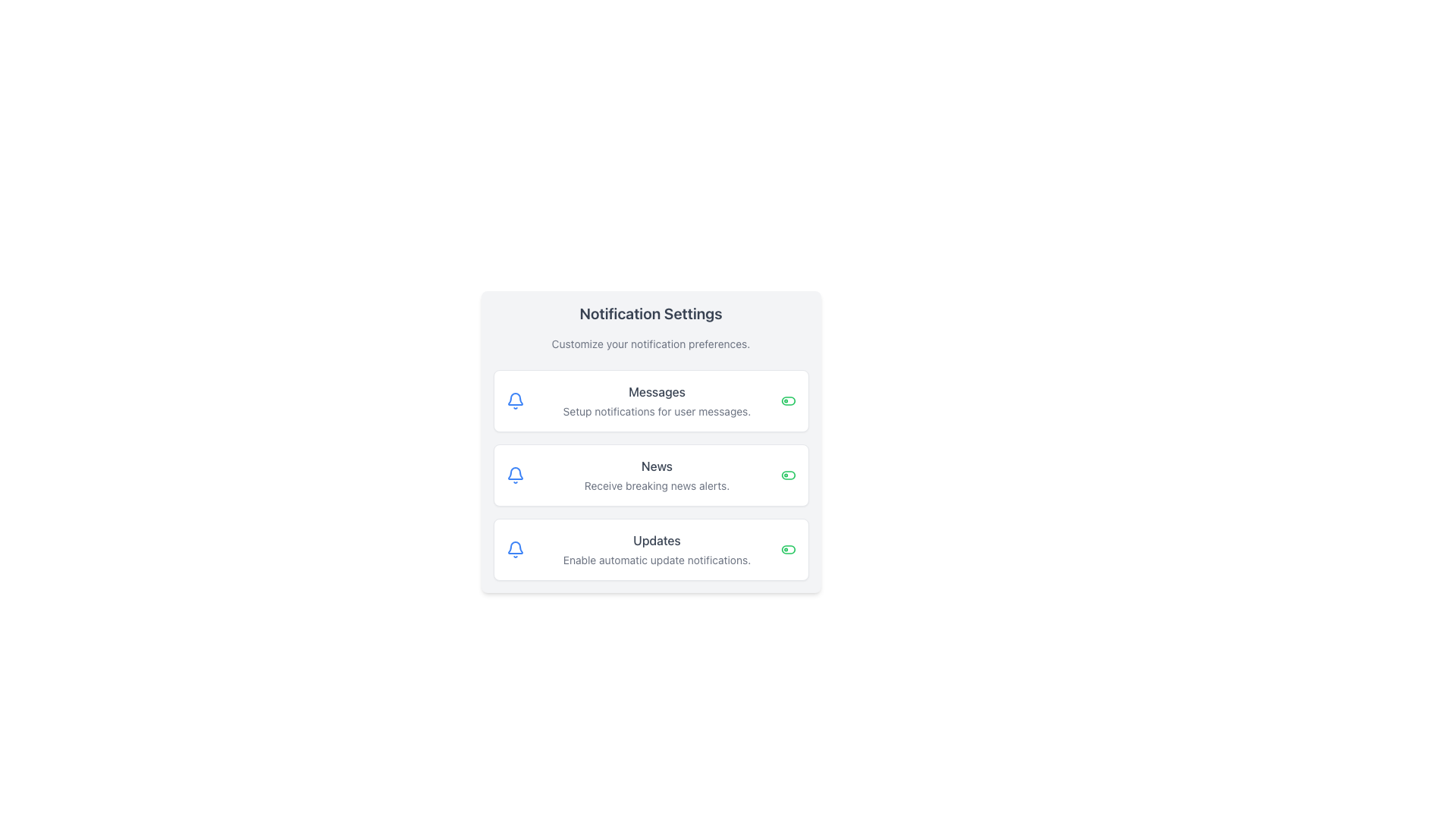 Image resolution: width=1456 pixels, height=819 pixels. I want to click on the 'News' notification icon, which serves as a visual identifier for 'News' related notifications and is positioned to the left of the text 'Receive breaking news alerts.', so click(515, 475).